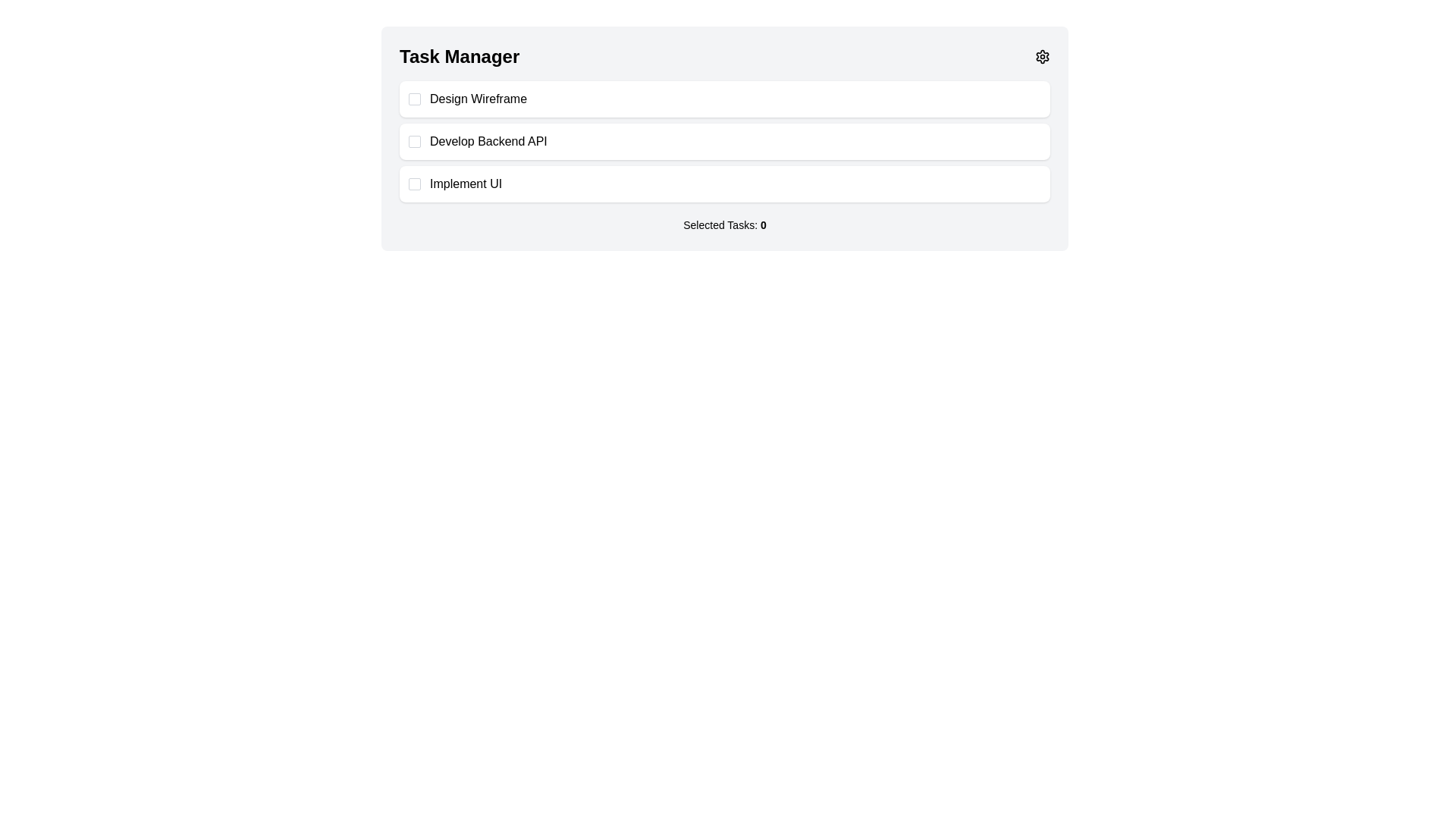 The height and width of the screenshot is (819, 1456). I want to click on the 'Implement UI' task card, which is the third item in a vertically stacked list of tasks, so click(723, 184).